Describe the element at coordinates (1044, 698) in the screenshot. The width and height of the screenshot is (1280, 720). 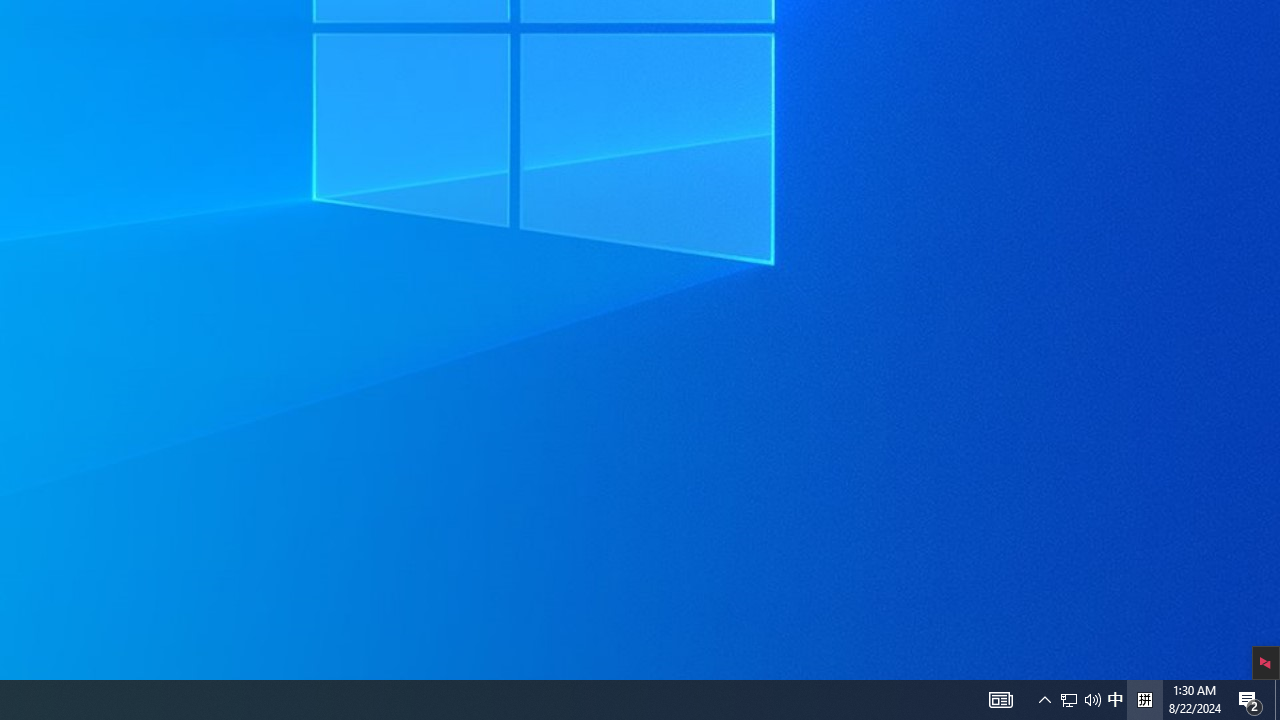
I see `'Notification Chevron'` at that location.